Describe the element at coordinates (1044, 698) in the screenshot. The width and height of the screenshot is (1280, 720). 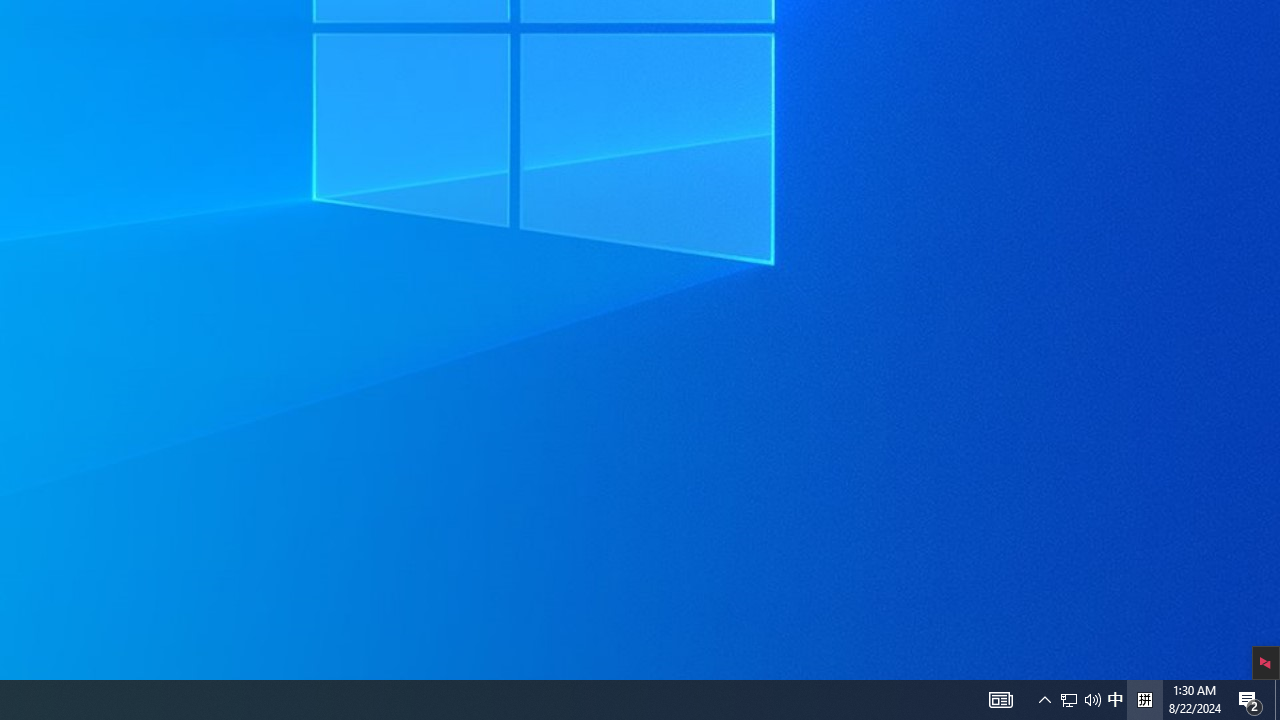
I see `'Notification Chevron'` at that location.